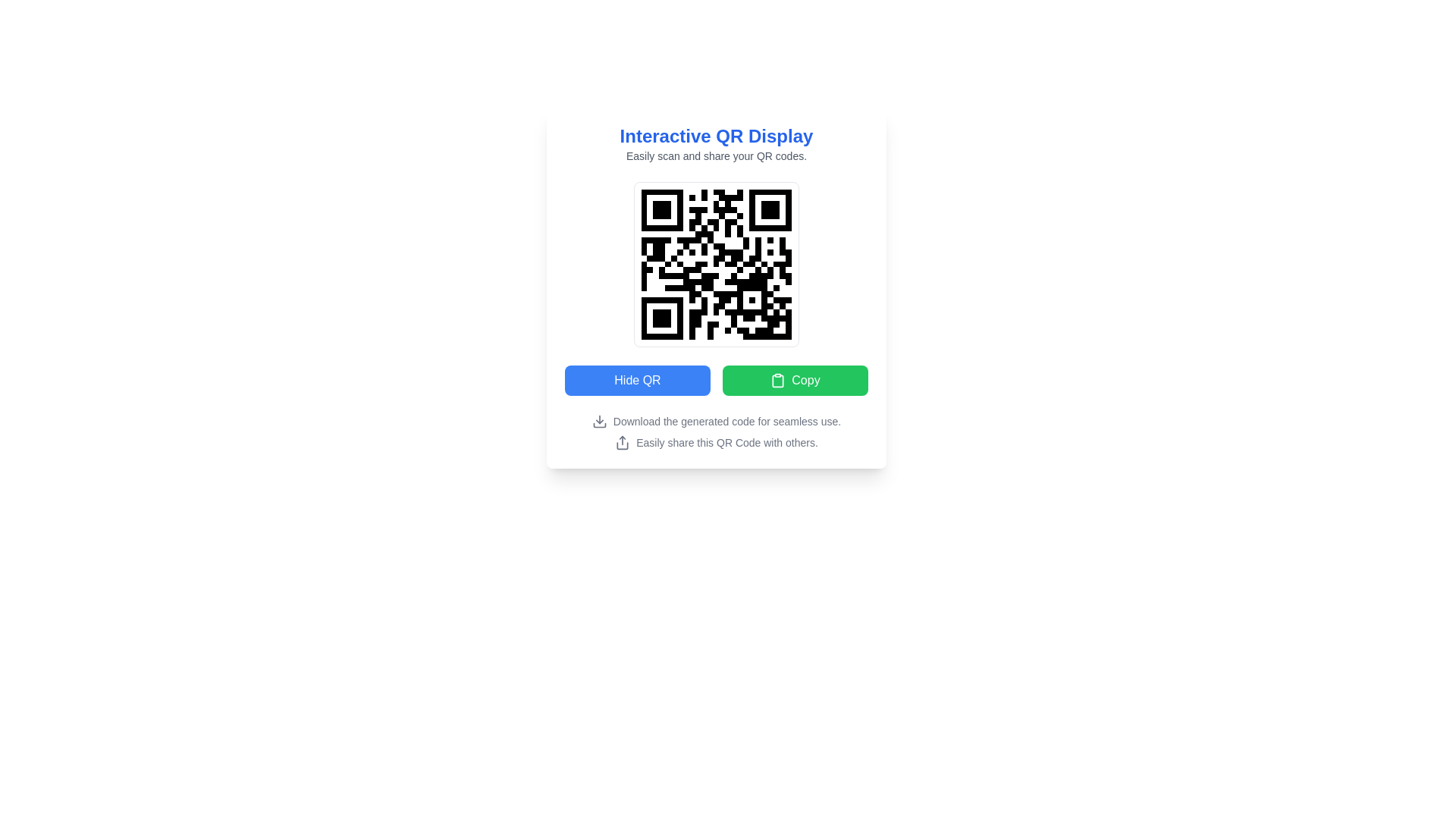  What do you see at coordinates (716, 143) in the screenshot?
I see `the Text block located at the top-center of the card, which provides the title and subtitle for the QR code functionalities` at bounding box center [716, 143].